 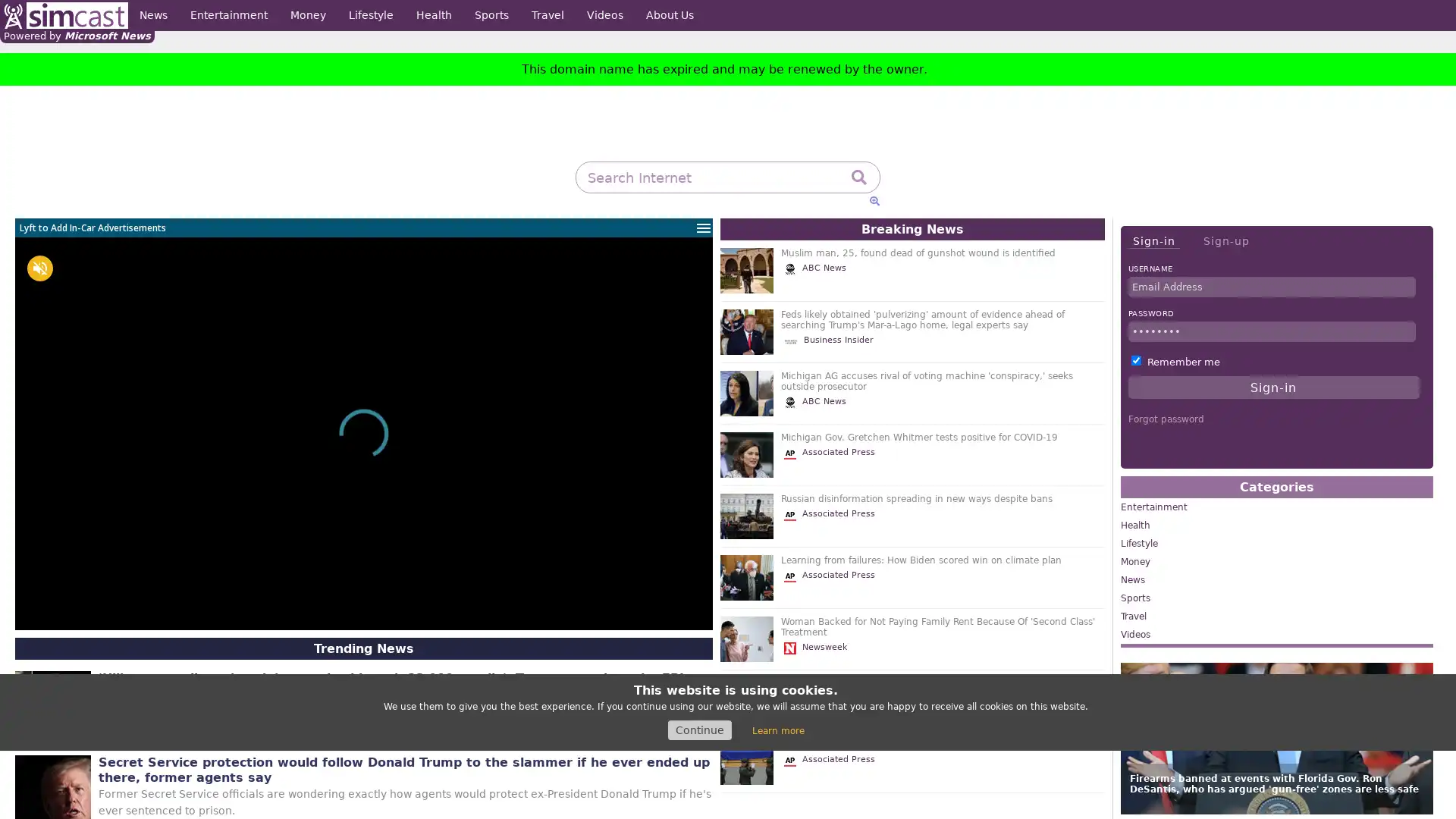 What do you see at coordinates (1225, 240) in the screenshot?
I see `Sign-up` at bounding box center [1225, 240].